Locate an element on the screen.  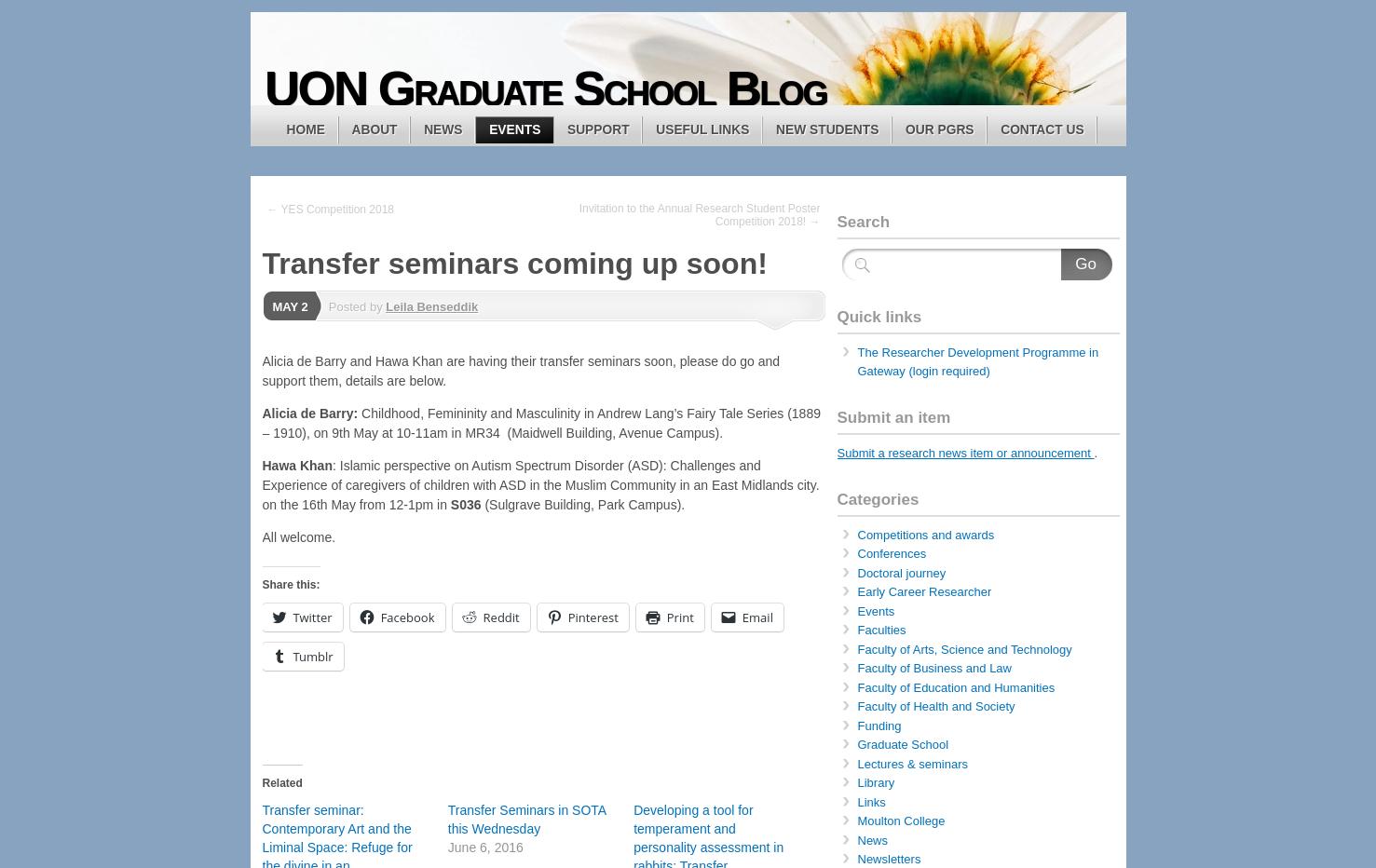
'Faculty of Health and Society' is located at coordinates (934, 706).